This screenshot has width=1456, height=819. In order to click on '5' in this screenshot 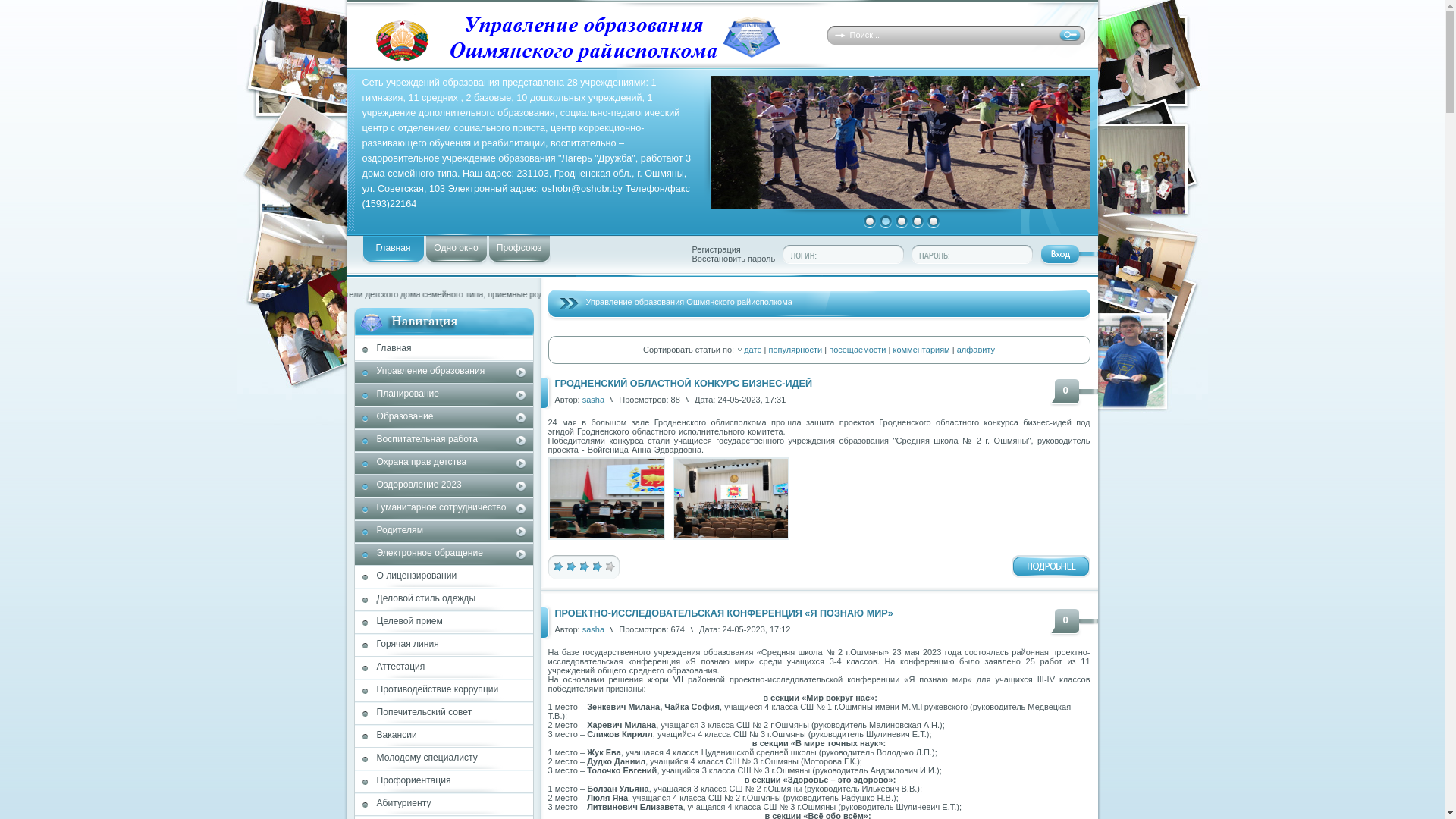, I will do `click(610, 566)`.